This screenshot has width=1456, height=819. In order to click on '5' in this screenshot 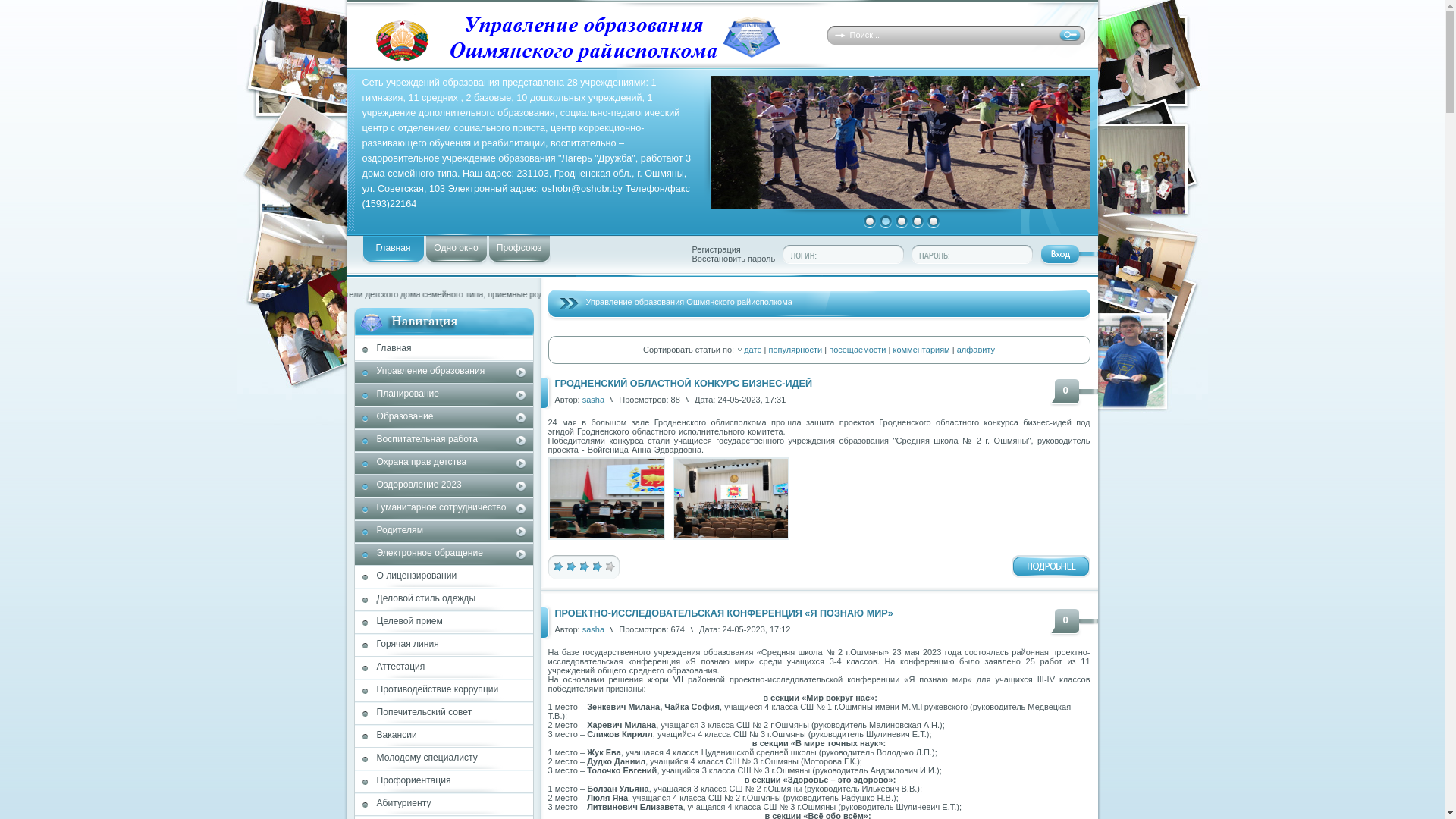, I will do `click(610, 566)`.